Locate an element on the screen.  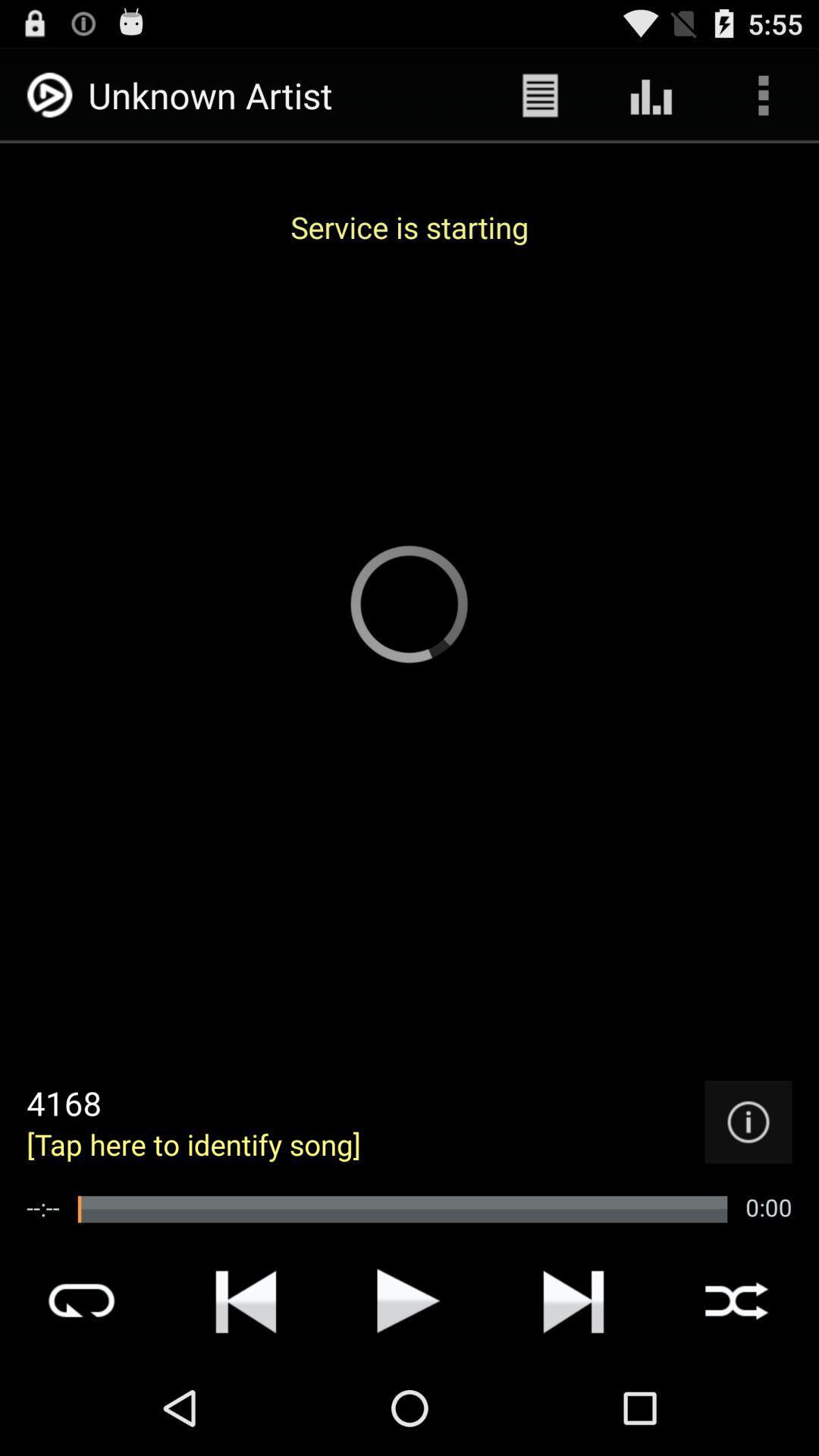
play and pause option is located at coordinates (408, 1300).